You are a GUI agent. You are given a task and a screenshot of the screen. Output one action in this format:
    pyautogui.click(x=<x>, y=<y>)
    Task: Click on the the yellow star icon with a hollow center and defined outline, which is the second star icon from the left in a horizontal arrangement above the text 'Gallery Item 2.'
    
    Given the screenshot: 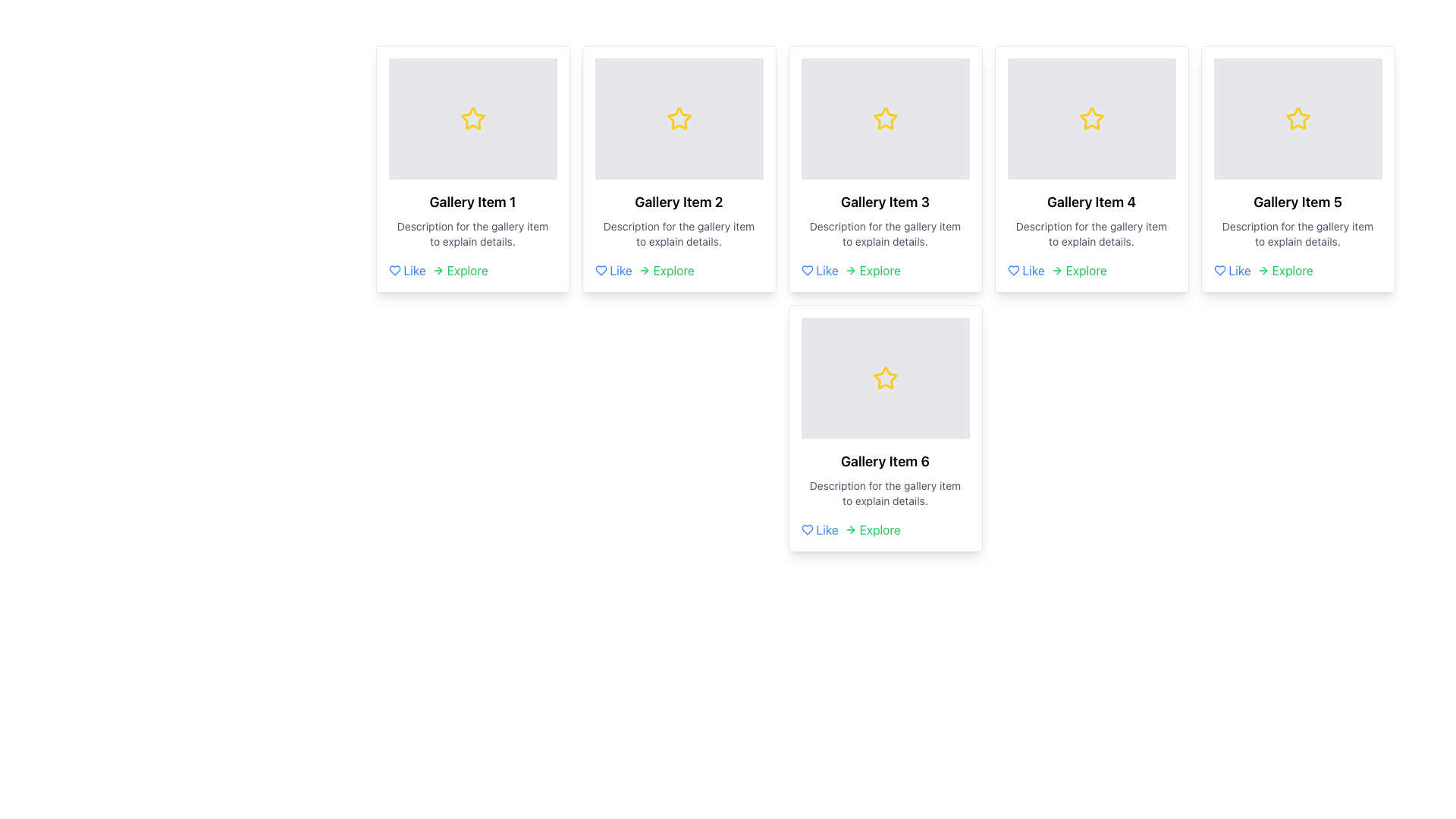 What is the action you would take?
    pyautogui.click(x=678, y=118)
    